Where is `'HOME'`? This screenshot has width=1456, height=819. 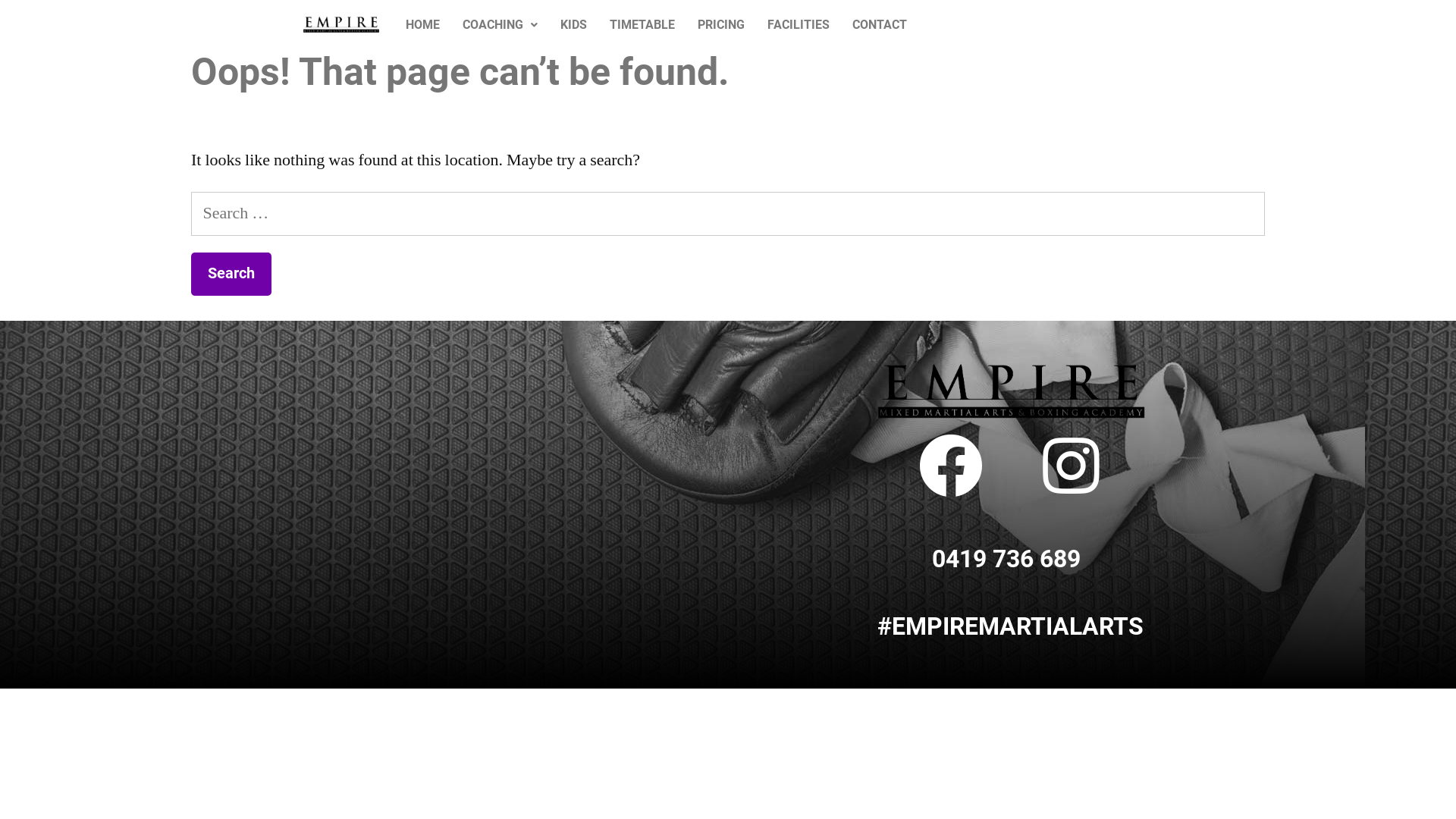 'HOME' is located at coordinates (422, 25).